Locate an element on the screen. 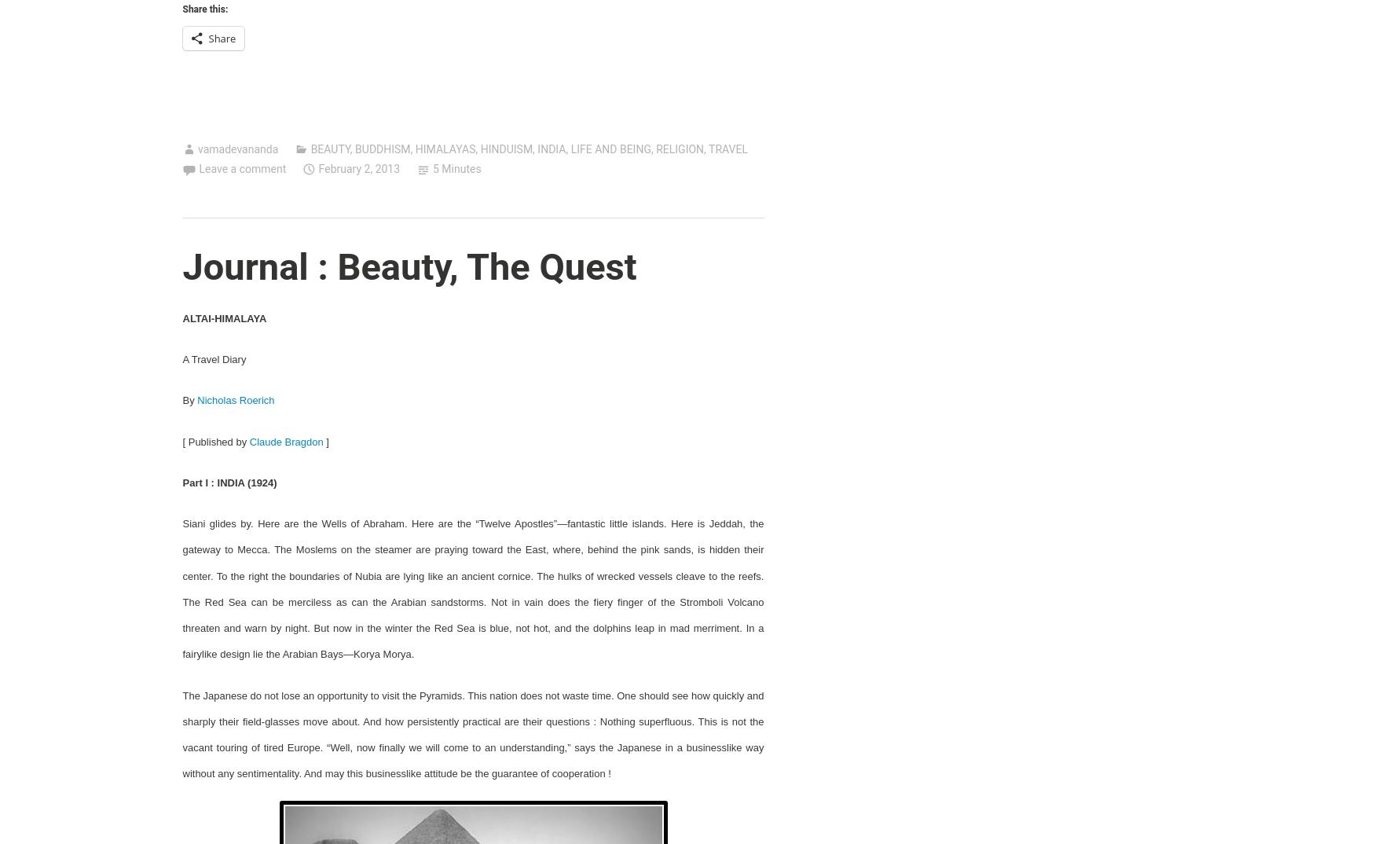 The height and width of the screenshot is (844, 1400). 'BUDDHISM' is located at coordinates (382, 149).